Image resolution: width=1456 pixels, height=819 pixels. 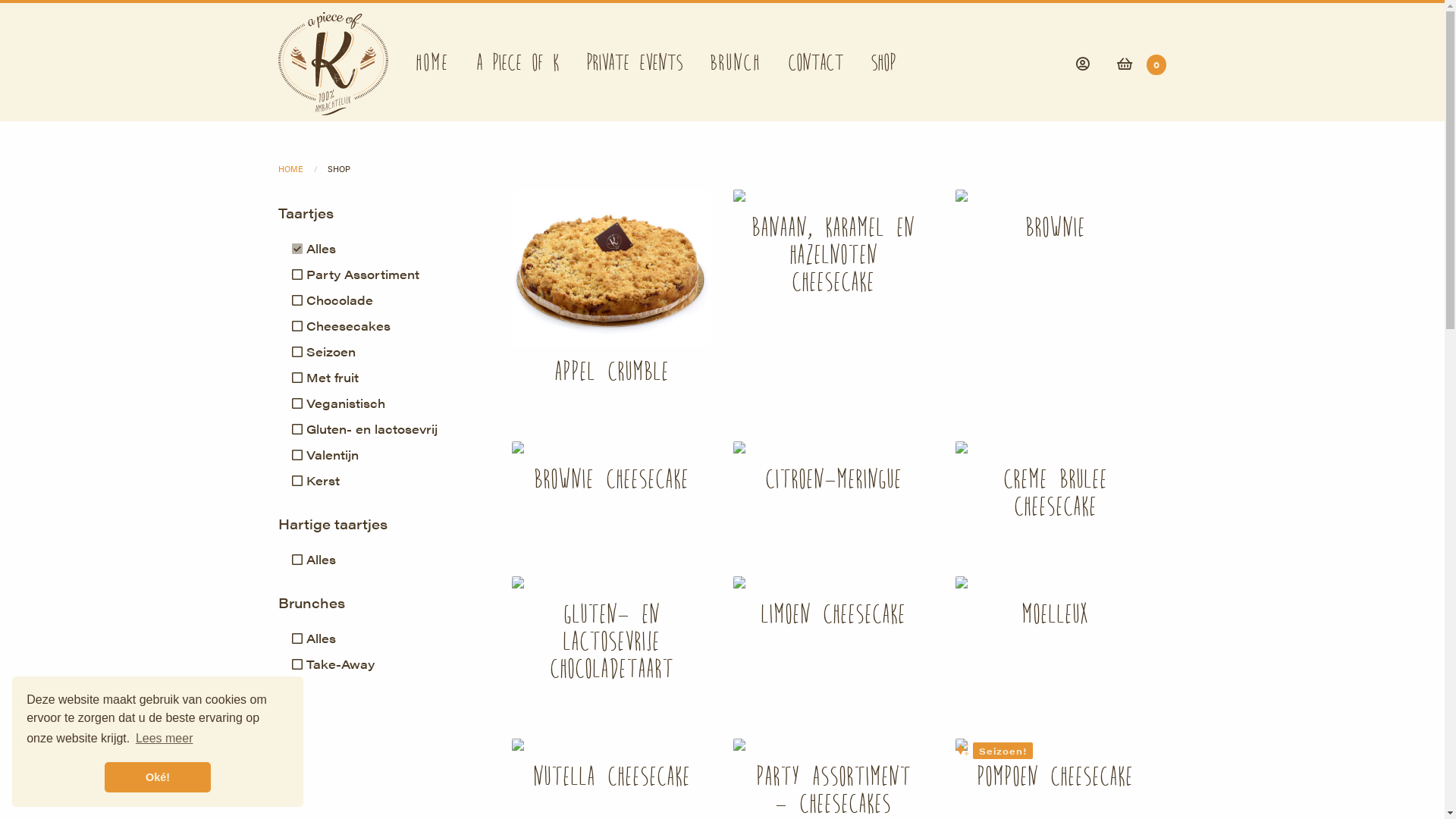 I want to click on 'Moelleux', so click(x=954, y=608).